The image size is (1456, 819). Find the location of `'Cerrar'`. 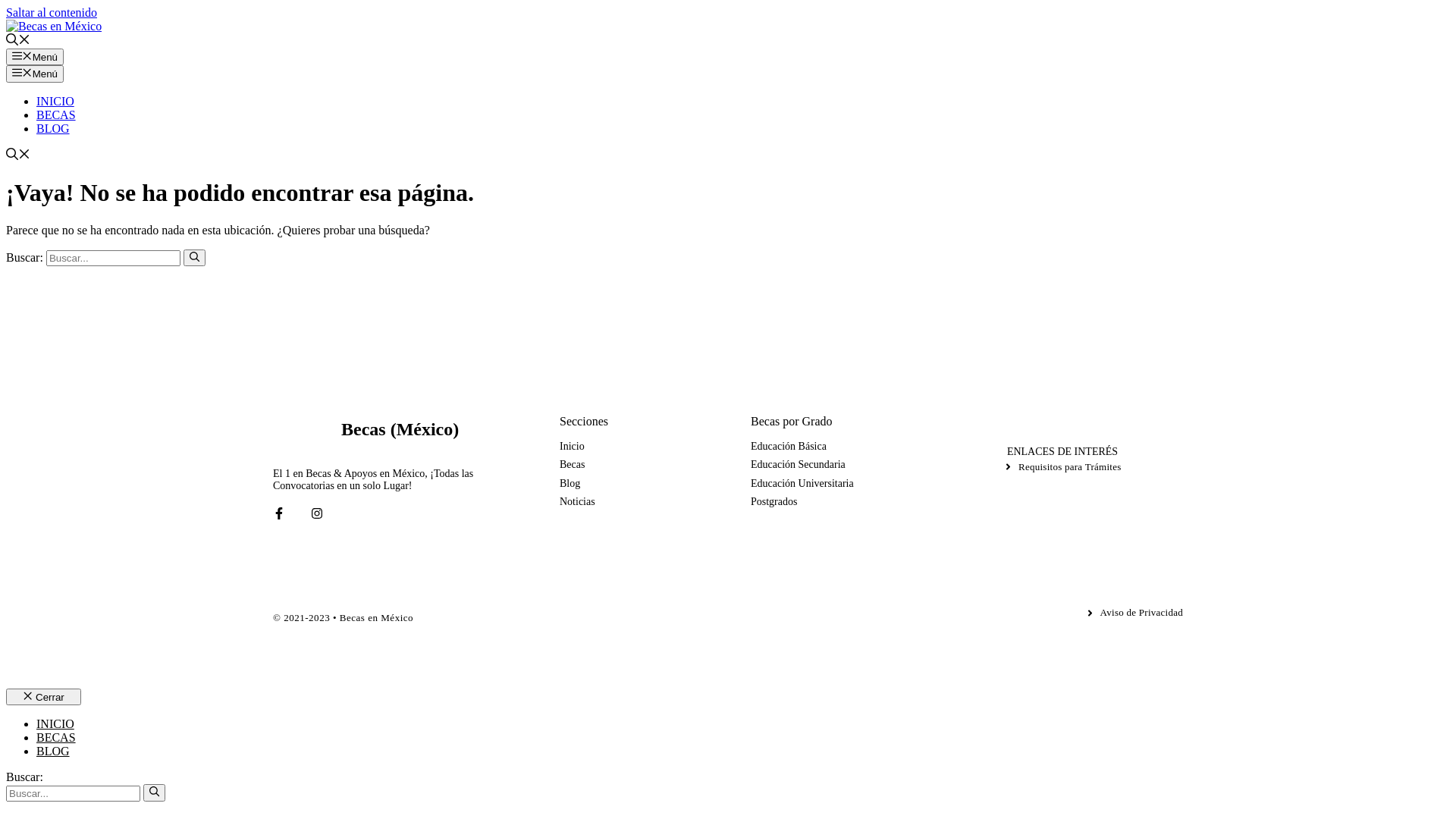

'Cerrar' is located at coordinates (43, 696).